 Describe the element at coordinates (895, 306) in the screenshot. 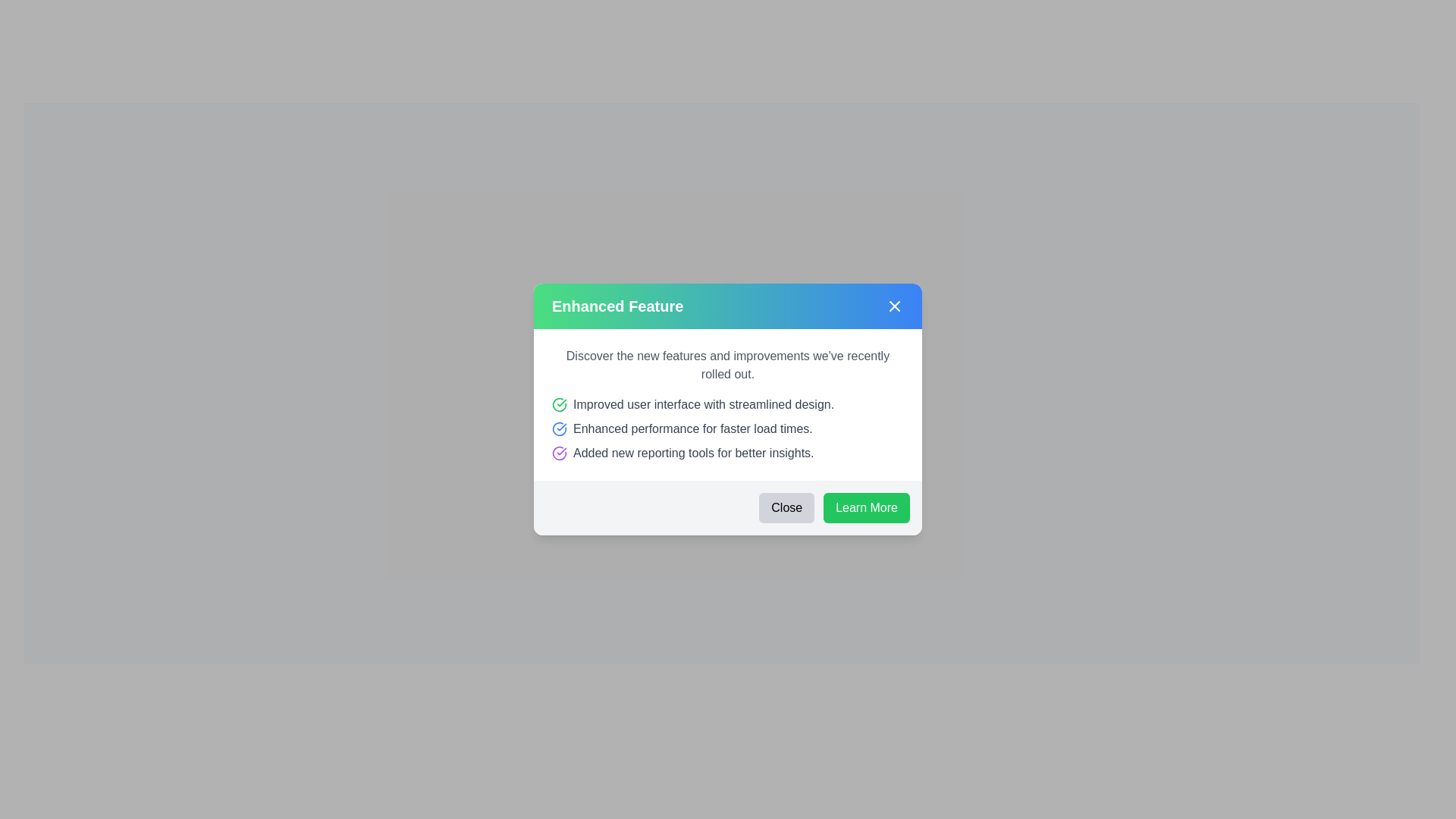

I see `the close button located in the top-right corner of the modal header titled 'Enhanced Feature' to observe the hover effect` at that location.